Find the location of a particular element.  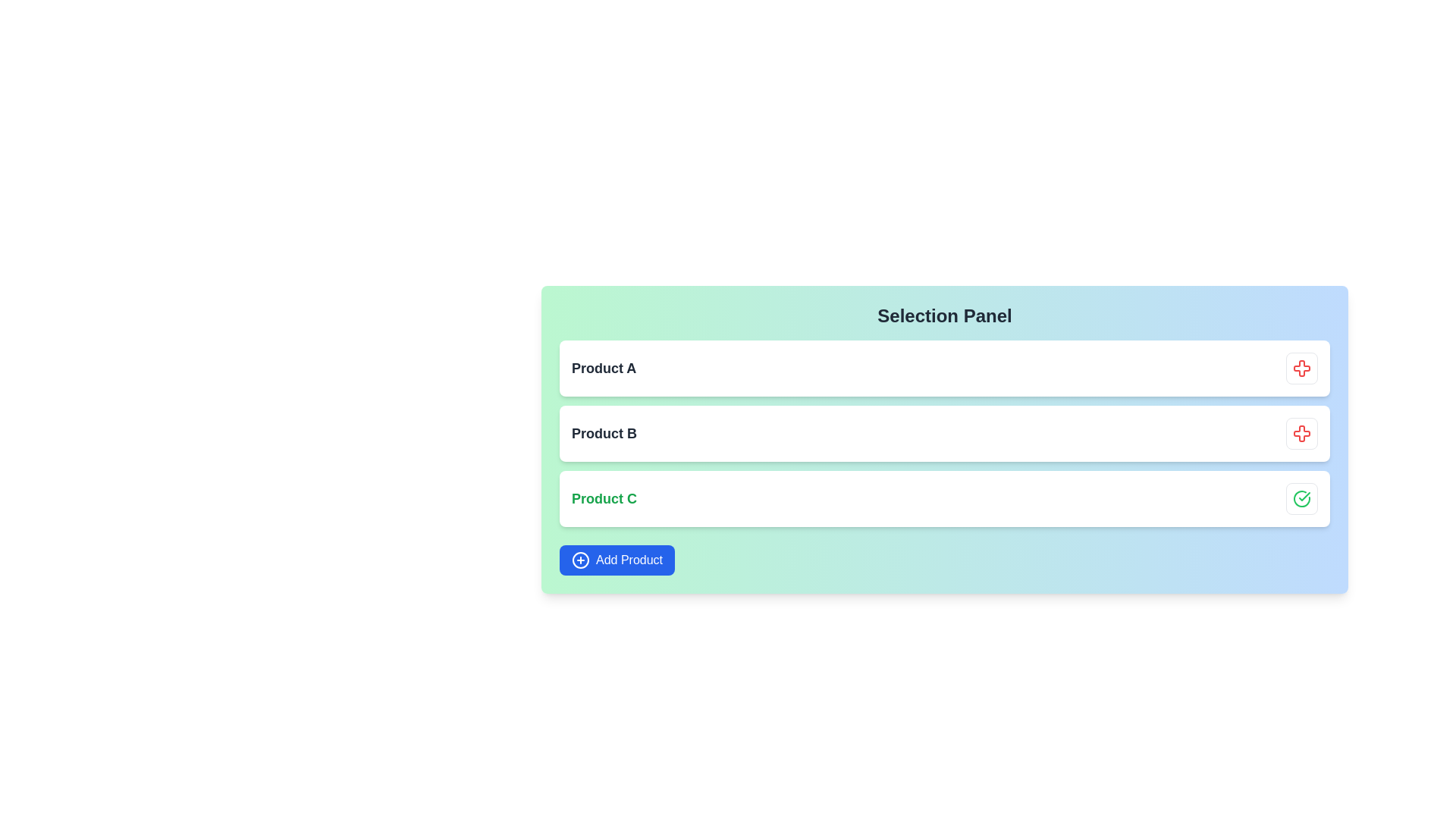

the red cross-shaped icon located at the top right of the second row in the list is located at coordinates (1301, 433).